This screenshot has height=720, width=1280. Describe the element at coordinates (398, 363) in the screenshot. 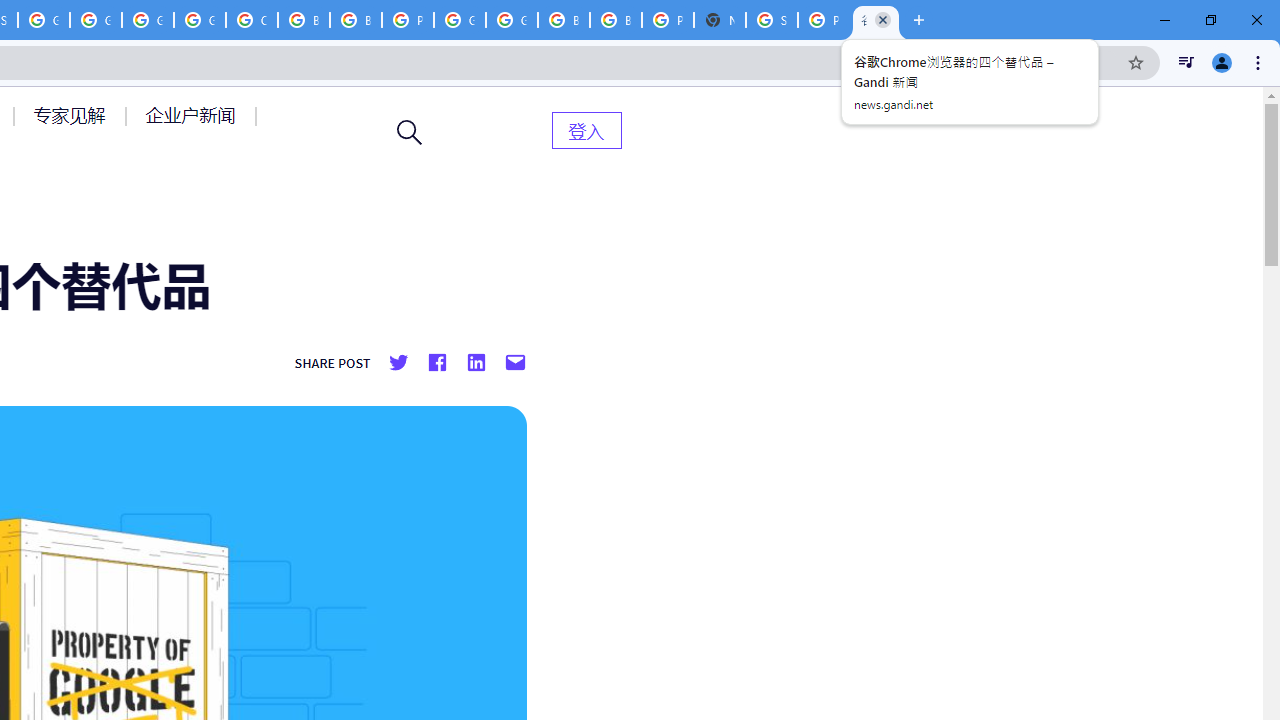

I see `'Share on twitter'` at that location.